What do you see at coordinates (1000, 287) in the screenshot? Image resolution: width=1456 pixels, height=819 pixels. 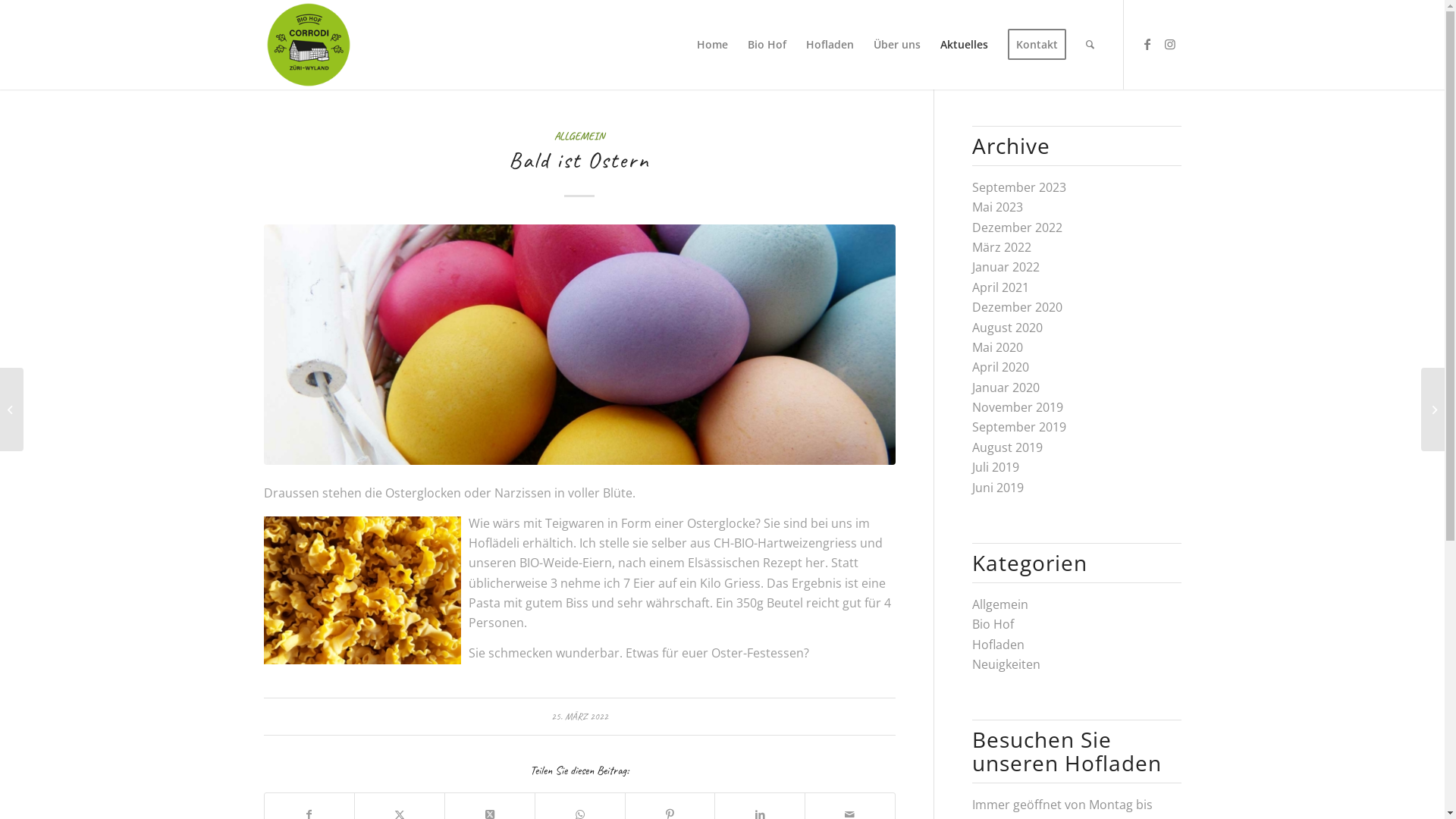 I see `'April 2021'` at bounding box center [1000, 287].